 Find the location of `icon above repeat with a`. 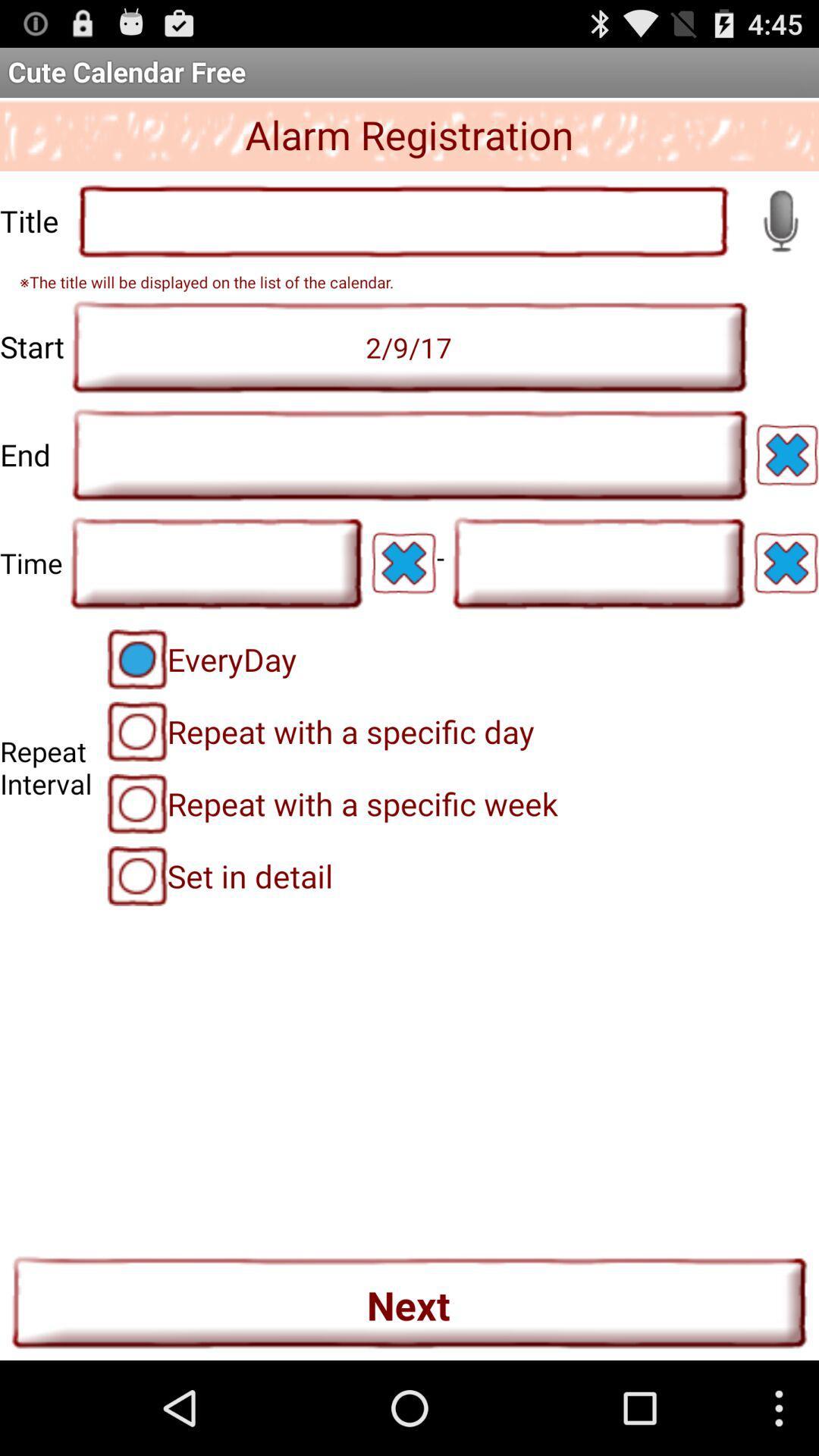

icon above repeat with a is located at coordinates (201, 659).